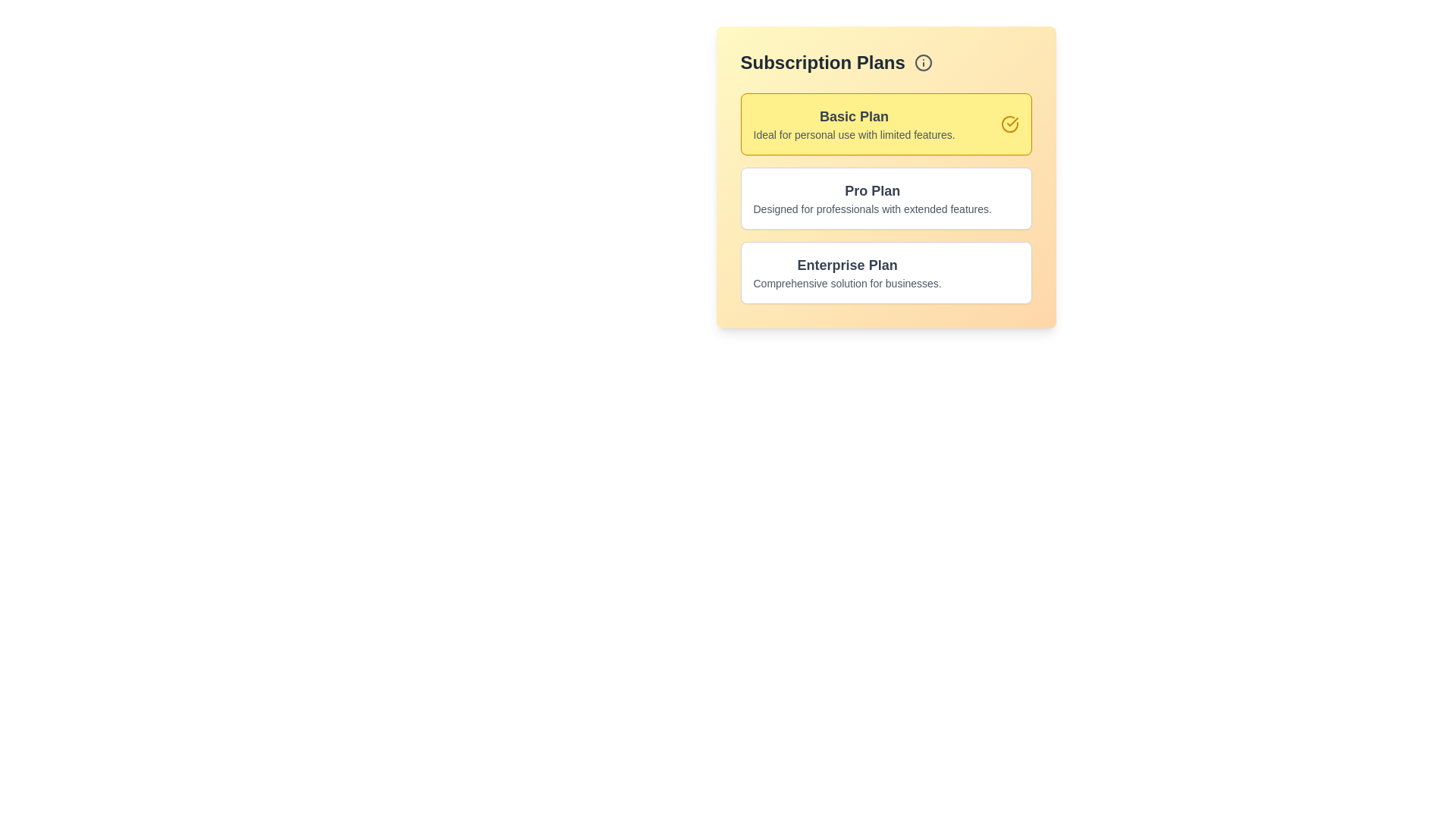 The width and height of the screenshot is (1456, 819). Describe the element at coordinates (872, 209) in the screenshot. I see `textual content that states 'Designed for professionals with extended features.' located under the 'Pro Plan' heading` at that location.